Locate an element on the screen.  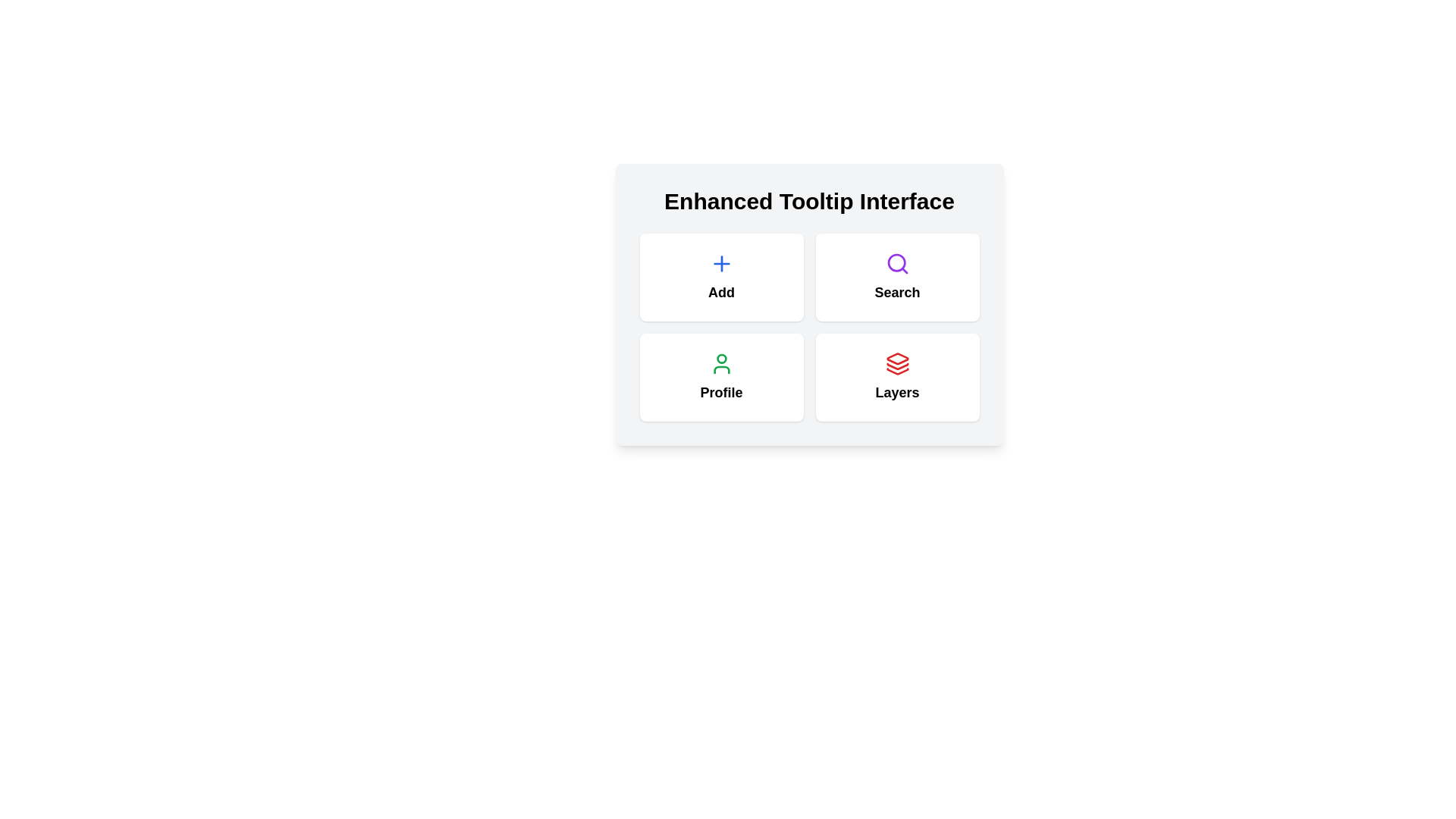
the purple magnifying glass SVG icon located in the upper-right quadrant of the grid layout, centered above the 'Search' text is located at coordinates (897, 262).